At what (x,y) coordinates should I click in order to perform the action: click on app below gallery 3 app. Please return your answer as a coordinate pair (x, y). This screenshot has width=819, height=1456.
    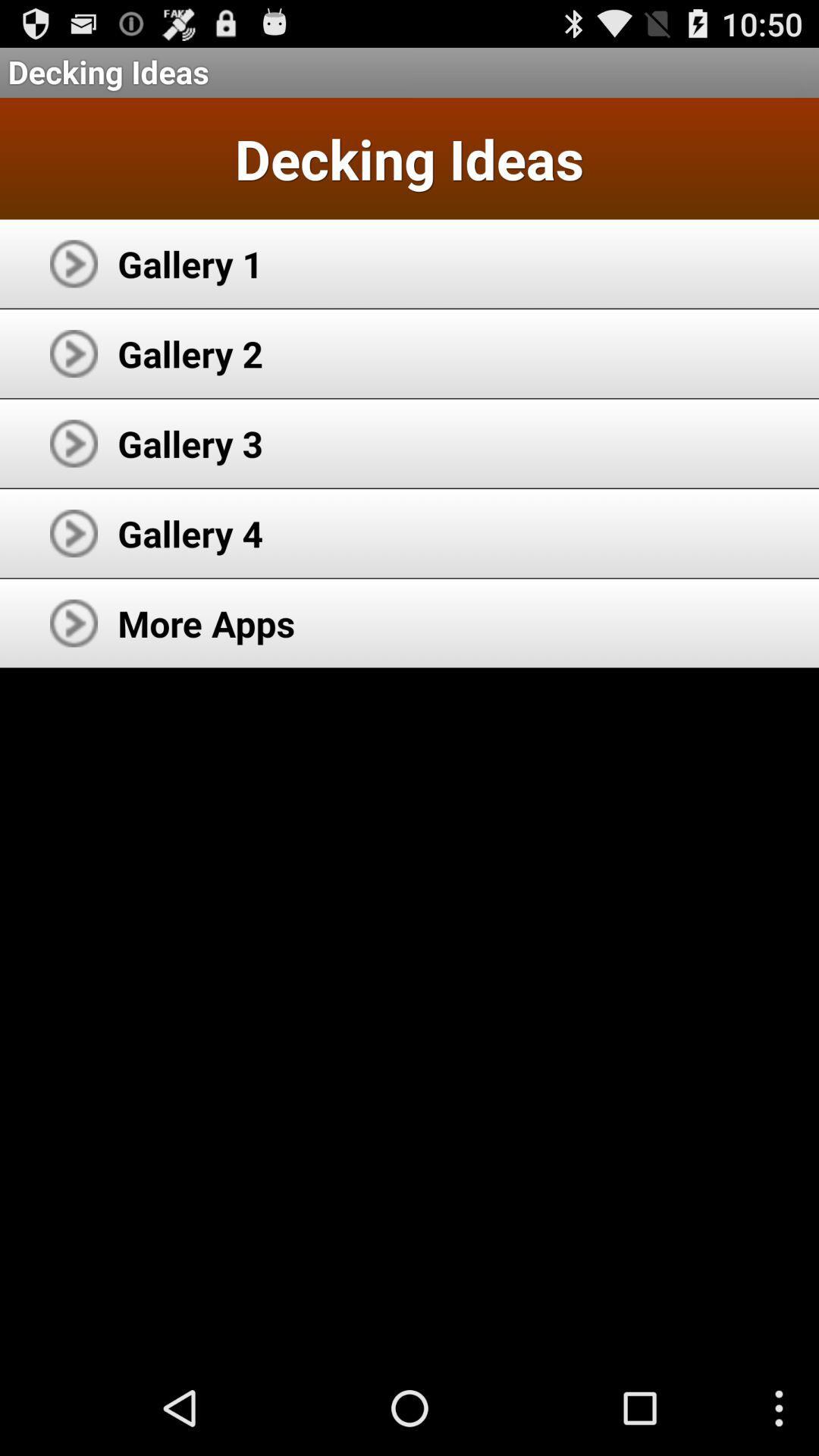
    Looking at the image, I should click on (190, 533).